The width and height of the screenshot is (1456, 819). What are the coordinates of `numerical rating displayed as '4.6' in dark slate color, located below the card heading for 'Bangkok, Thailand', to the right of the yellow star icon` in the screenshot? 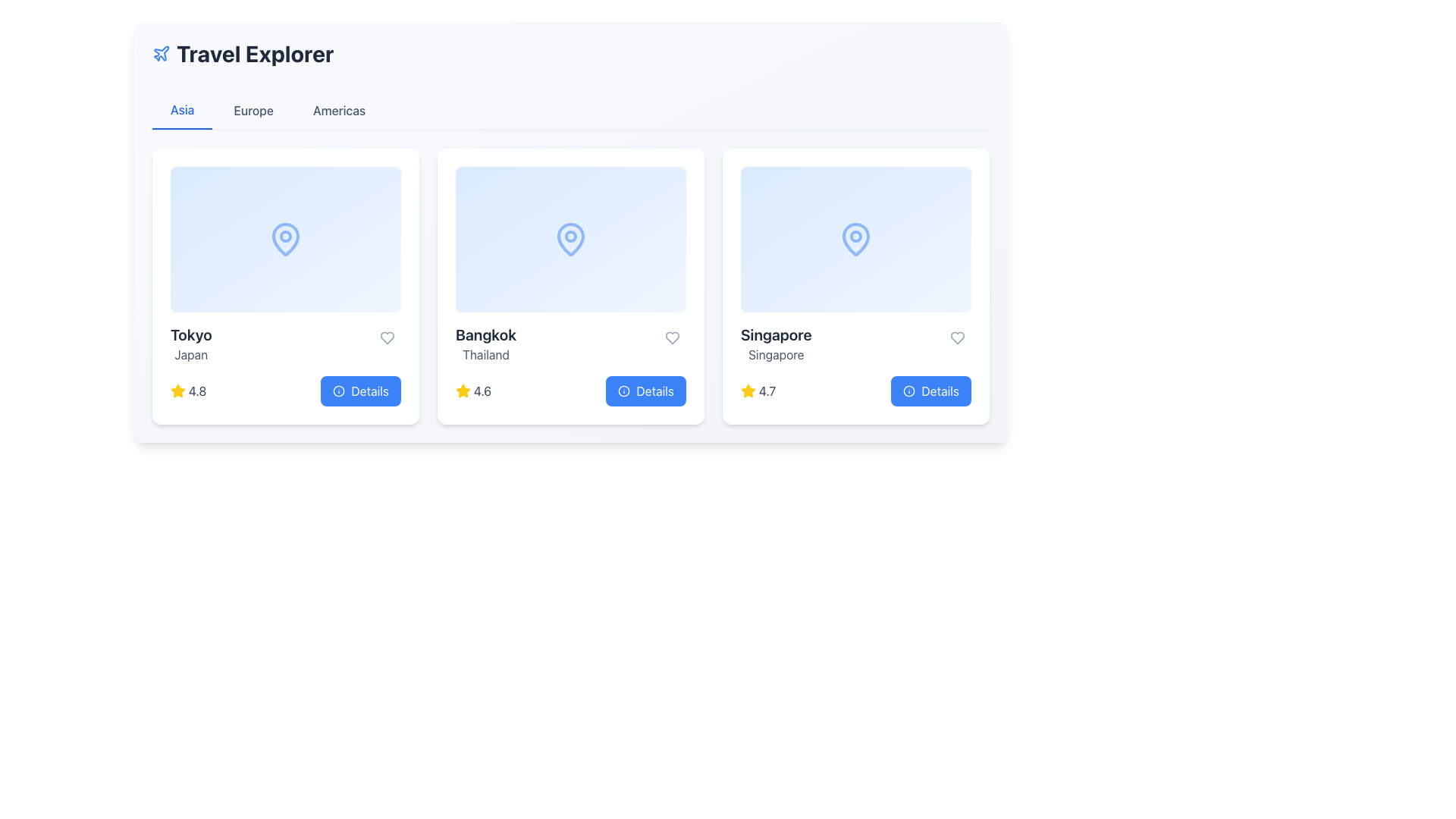 It's located at (482, 391).